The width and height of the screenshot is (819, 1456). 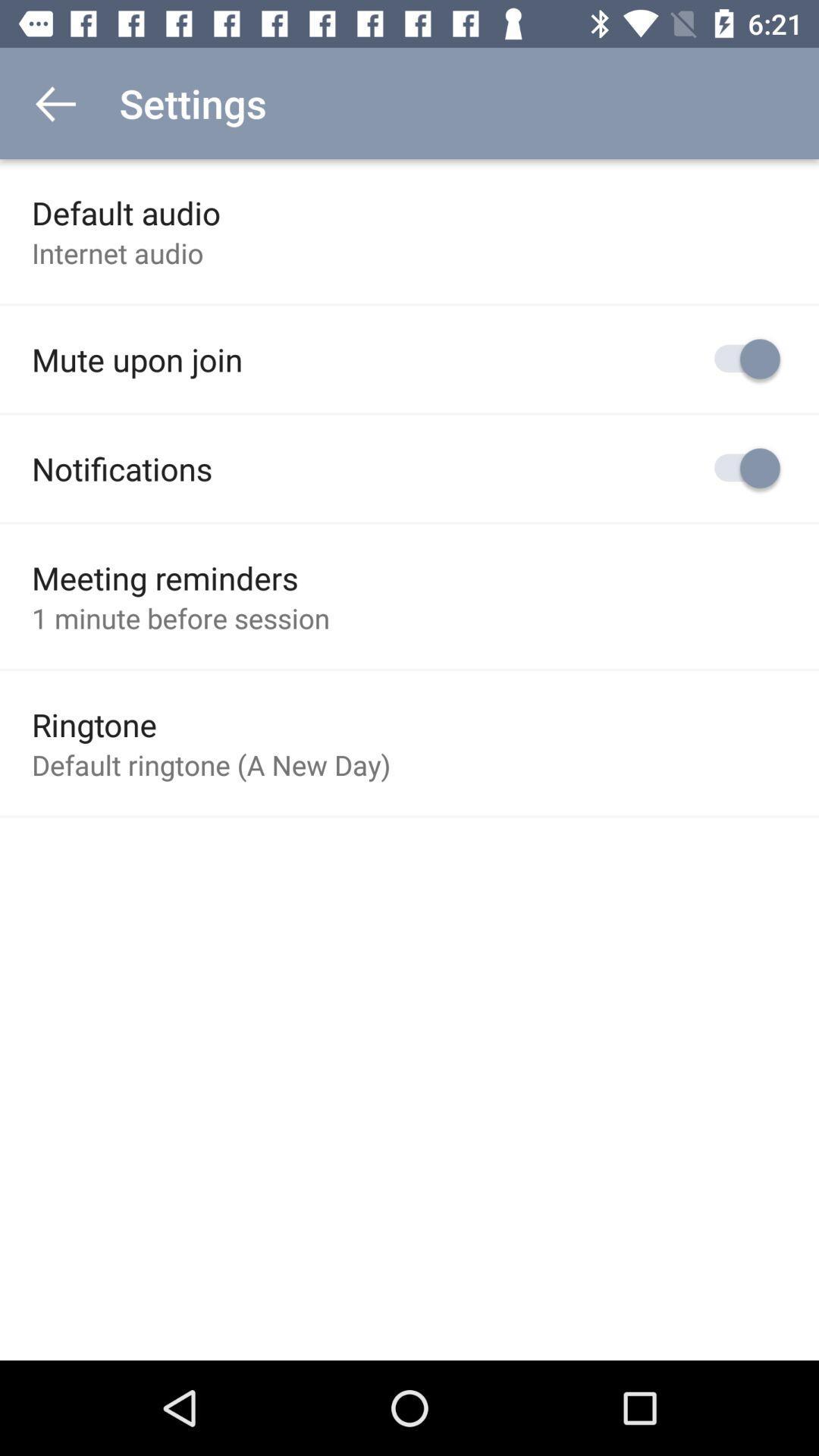 What do you see at coordinates (165, 577) in the screenshot?
I see `meeting reminders icon` at bounding box center [165, 577].